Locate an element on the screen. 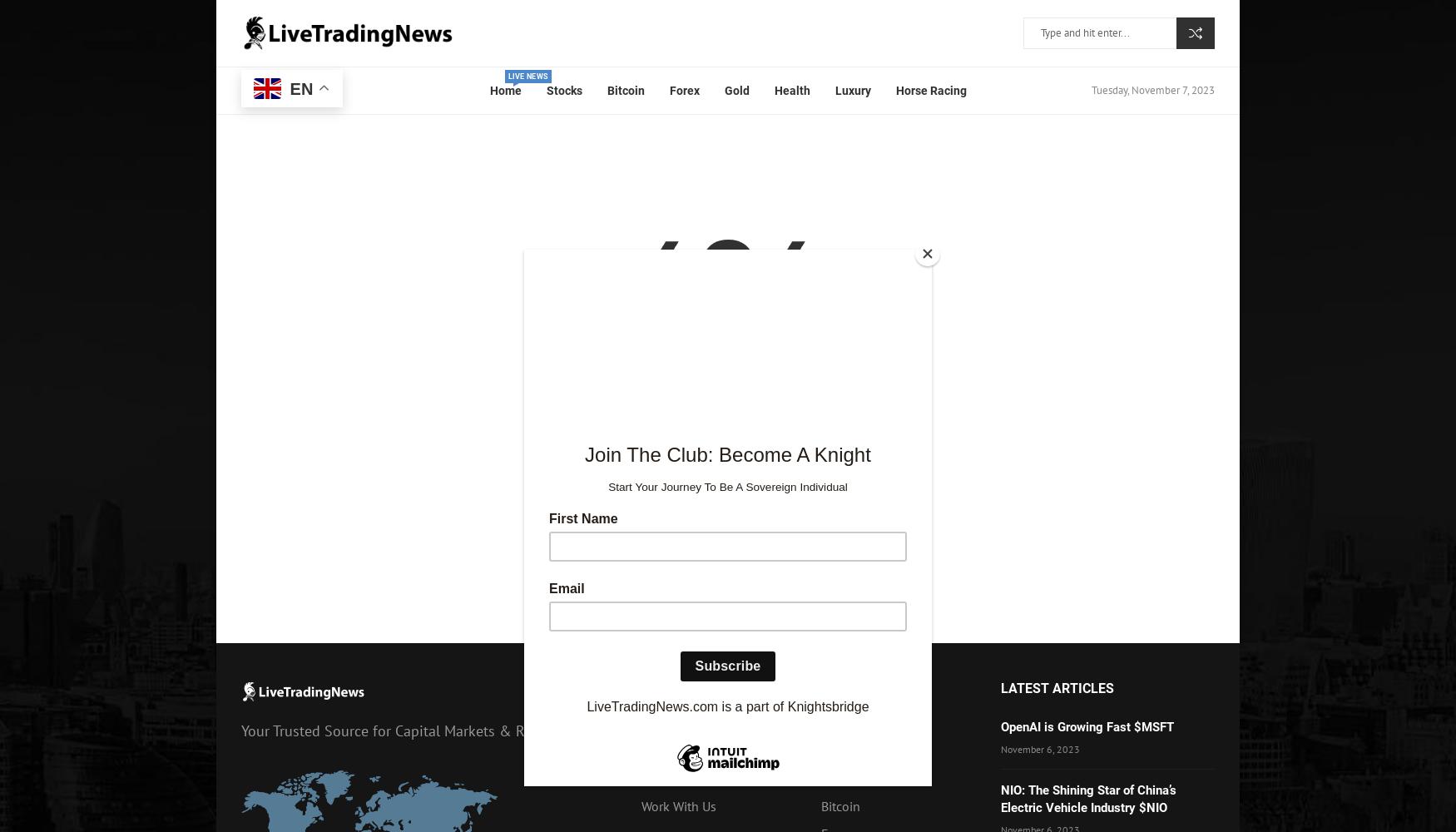 The image size is (1456, 832). 'Your Trusted Source for Capital Markets & Related News' is located at coordinates (240, 730).